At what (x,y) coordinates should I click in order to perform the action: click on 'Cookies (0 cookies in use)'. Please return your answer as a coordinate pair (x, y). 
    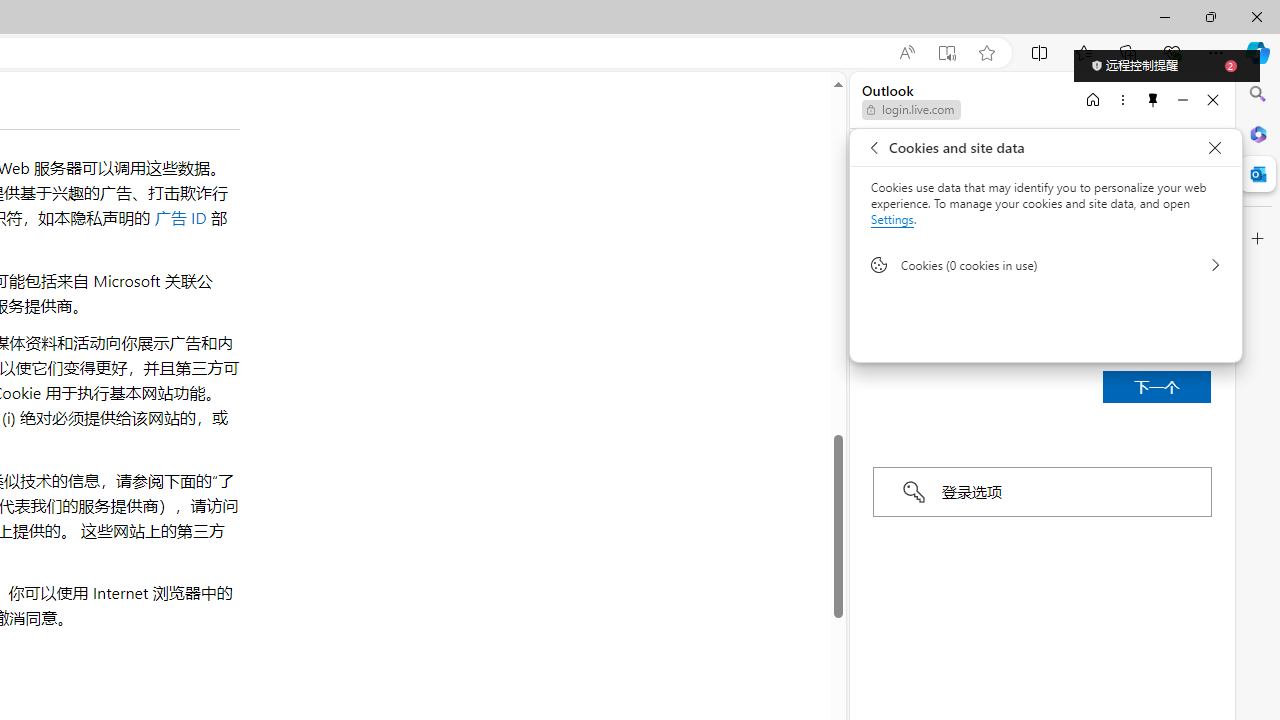
    Looking at the image, I should click on (1045, 263).